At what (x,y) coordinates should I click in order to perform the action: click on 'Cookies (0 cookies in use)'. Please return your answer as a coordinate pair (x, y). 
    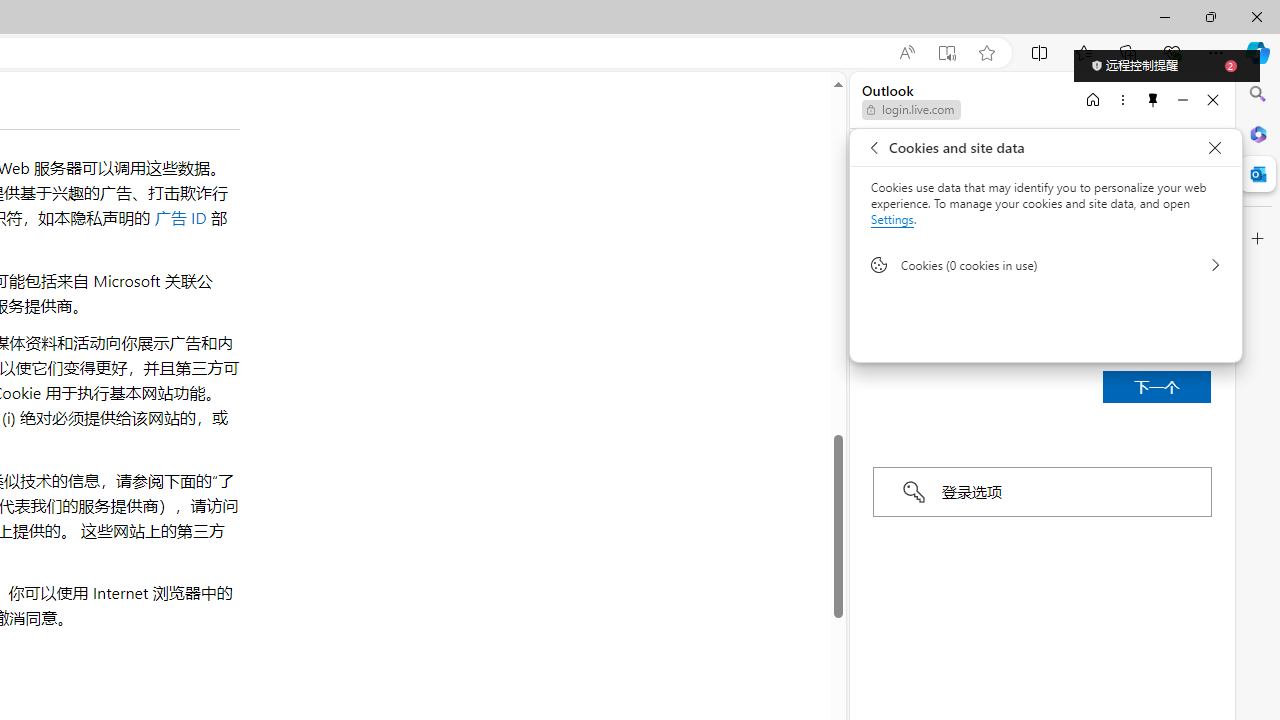
    Looking at the image, I should click on (1045, 263).